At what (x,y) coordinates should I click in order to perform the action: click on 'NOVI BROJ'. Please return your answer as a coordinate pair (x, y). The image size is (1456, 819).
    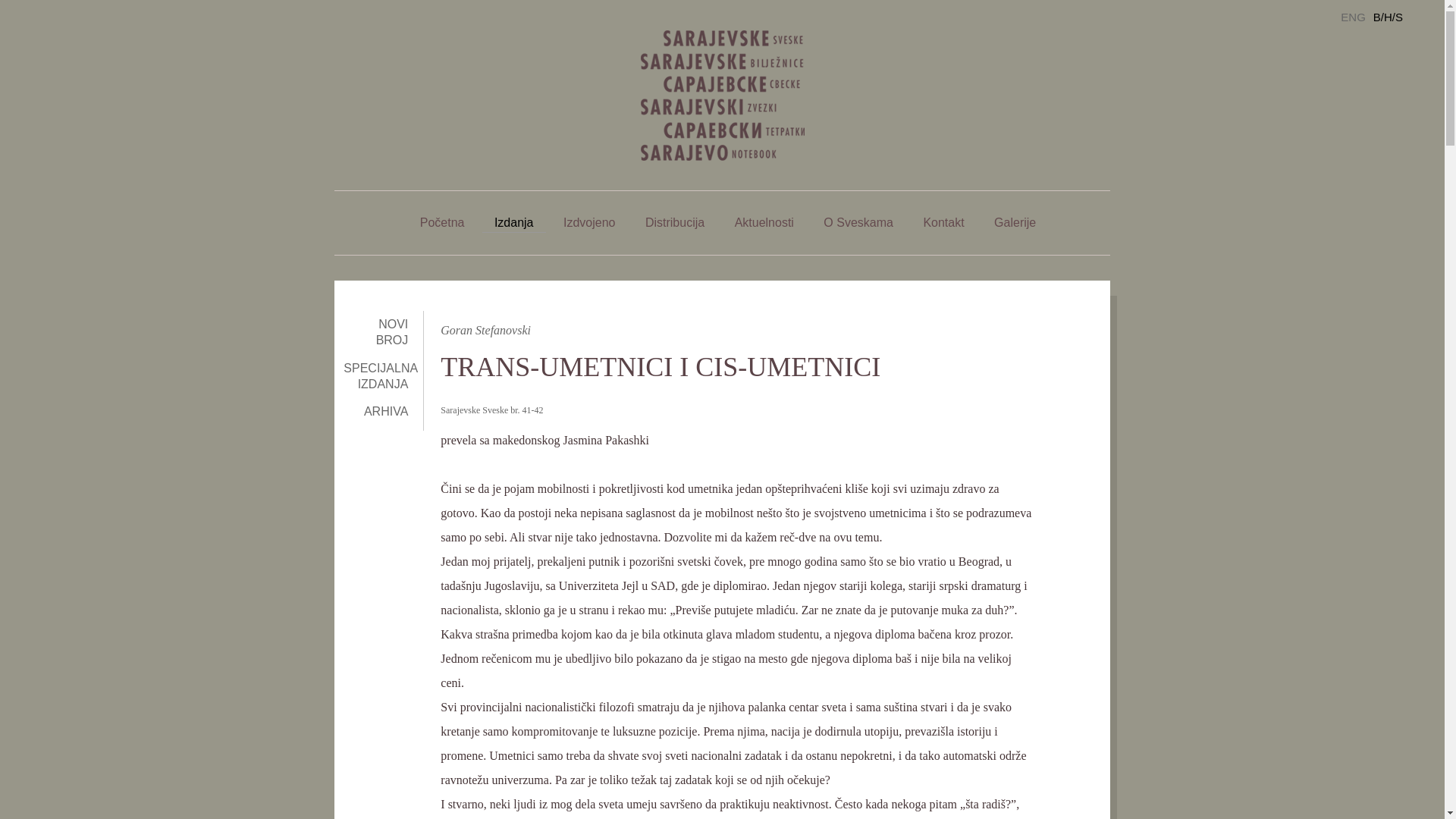
    Looking at the image, I should click on (392, 331).